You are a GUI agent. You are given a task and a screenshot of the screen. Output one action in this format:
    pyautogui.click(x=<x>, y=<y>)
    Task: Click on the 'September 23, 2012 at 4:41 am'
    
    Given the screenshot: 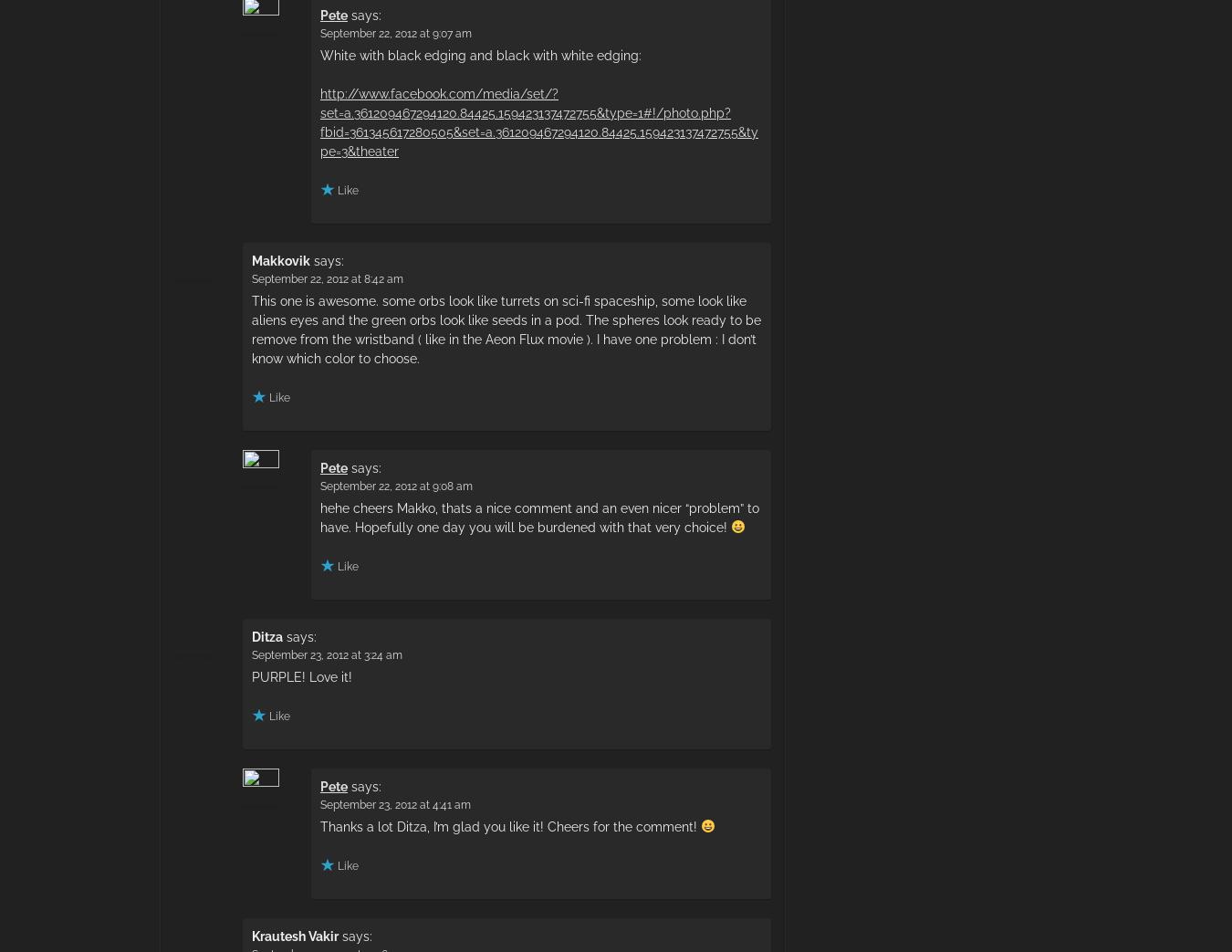 What is the action you would take?
    pyautogui.click(x=395, y=804)
    